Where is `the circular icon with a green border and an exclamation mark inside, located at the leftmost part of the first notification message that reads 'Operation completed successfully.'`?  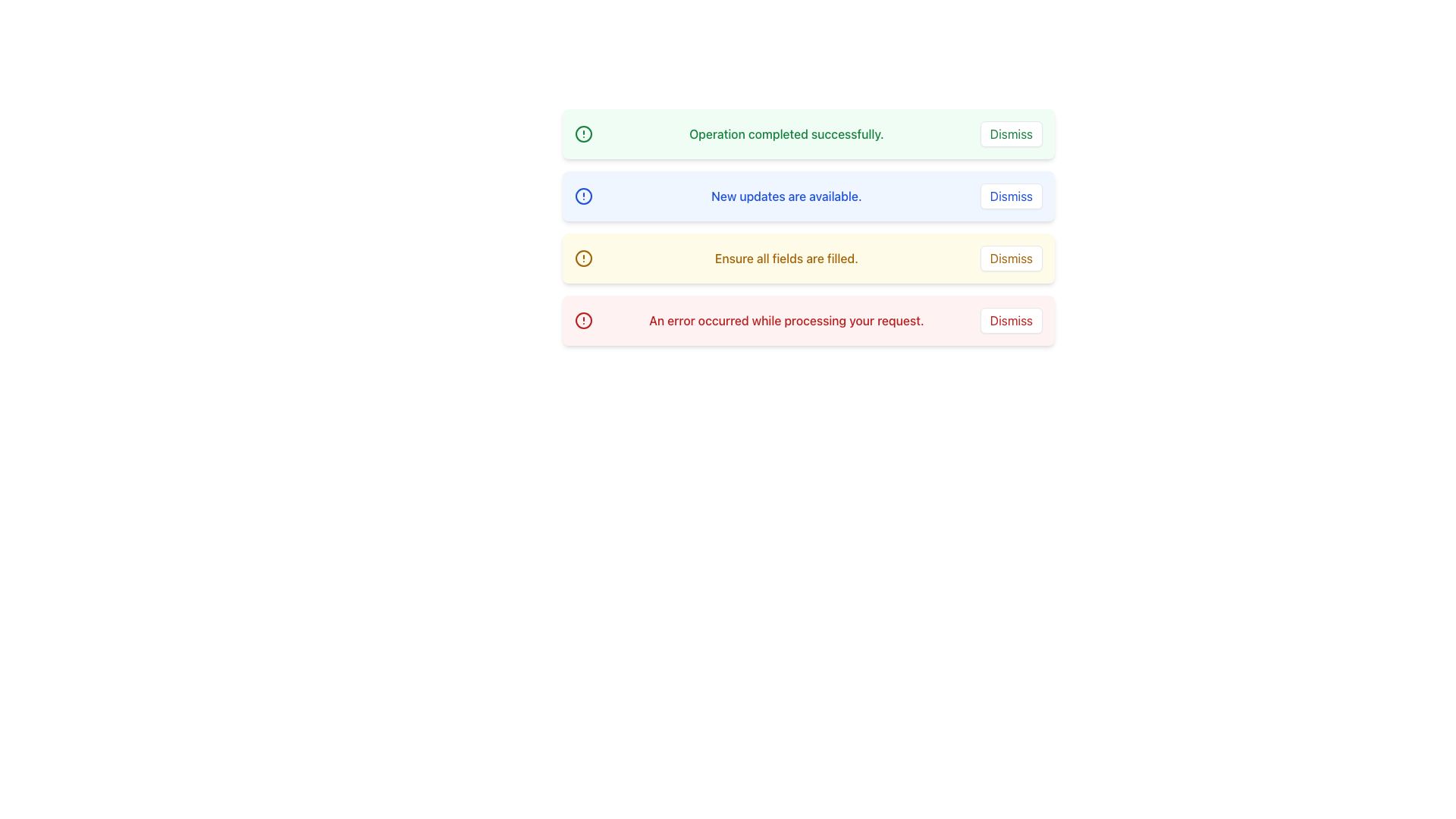
the circular icon with a green border and an exclamation mark inside, located at the leftmost part of the first notification message that reads 'Operation completed successfully.' is located at coordinates (582, 133).